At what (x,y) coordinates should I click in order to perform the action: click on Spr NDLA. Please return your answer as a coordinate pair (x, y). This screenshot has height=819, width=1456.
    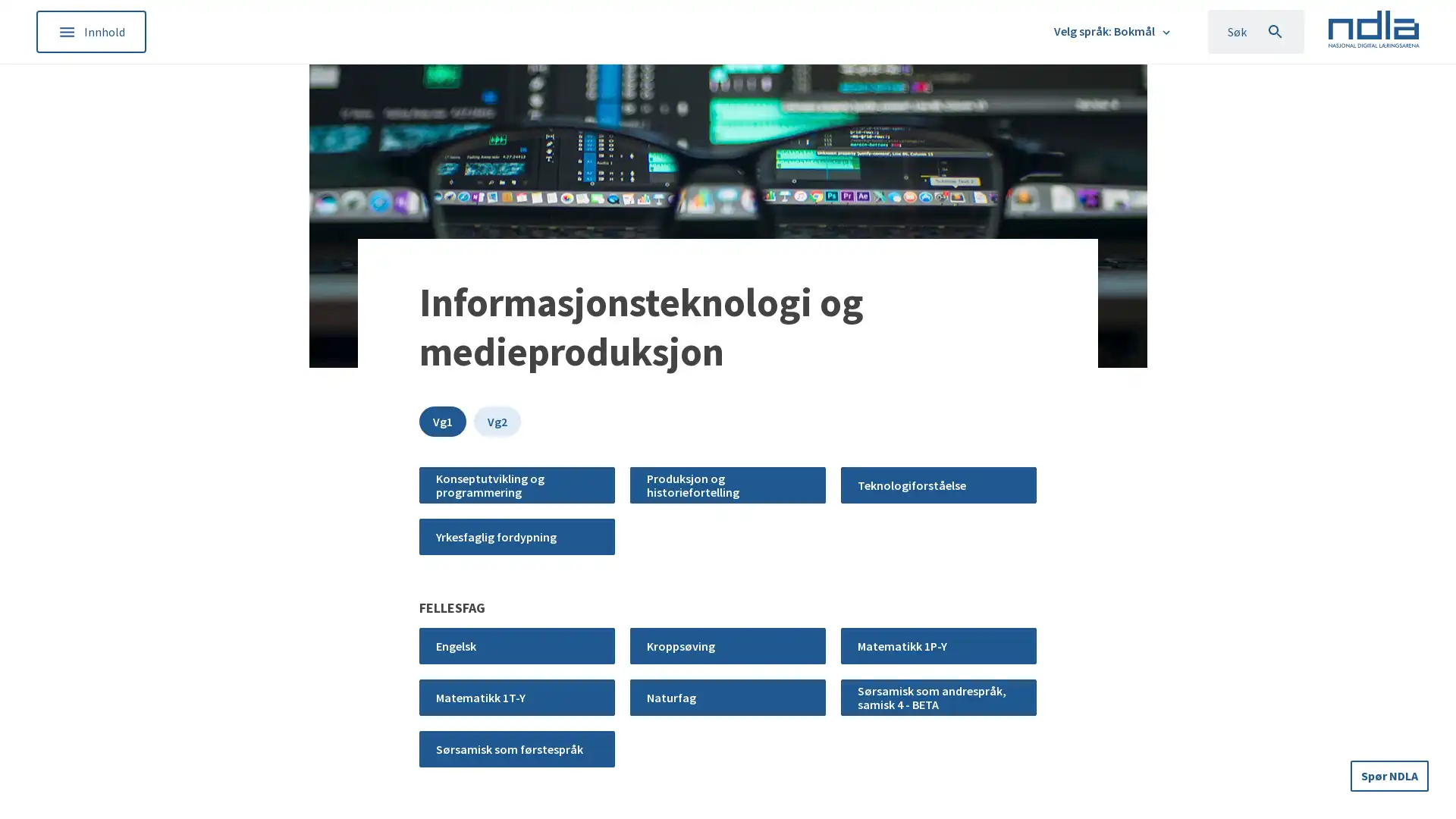
    Looking at the image, I should click on (1390, 774).